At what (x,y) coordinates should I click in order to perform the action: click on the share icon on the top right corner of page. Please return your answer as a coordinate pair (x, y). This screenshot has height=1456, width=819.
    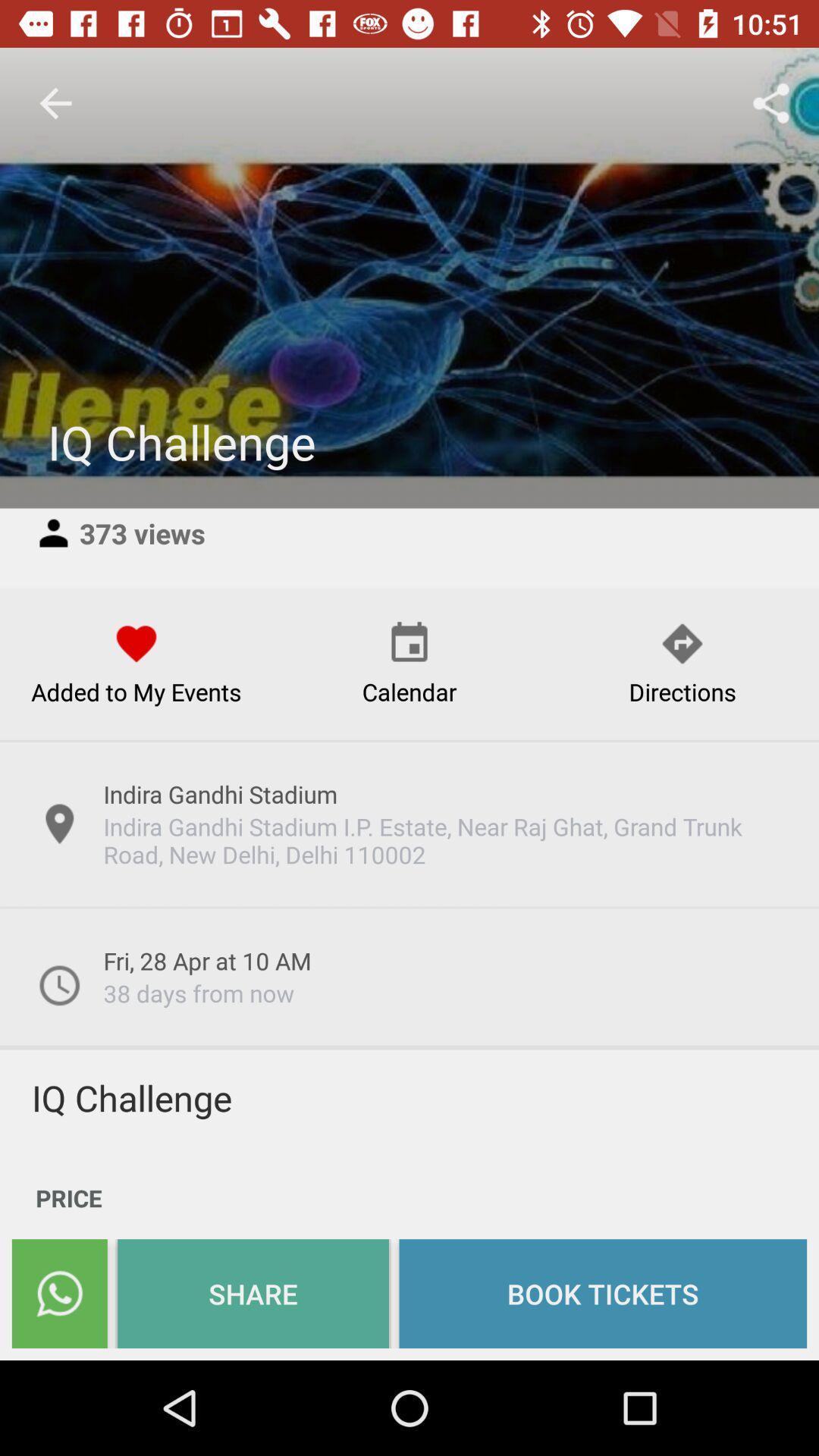
    Looking at the image, I should click on (771, 103).